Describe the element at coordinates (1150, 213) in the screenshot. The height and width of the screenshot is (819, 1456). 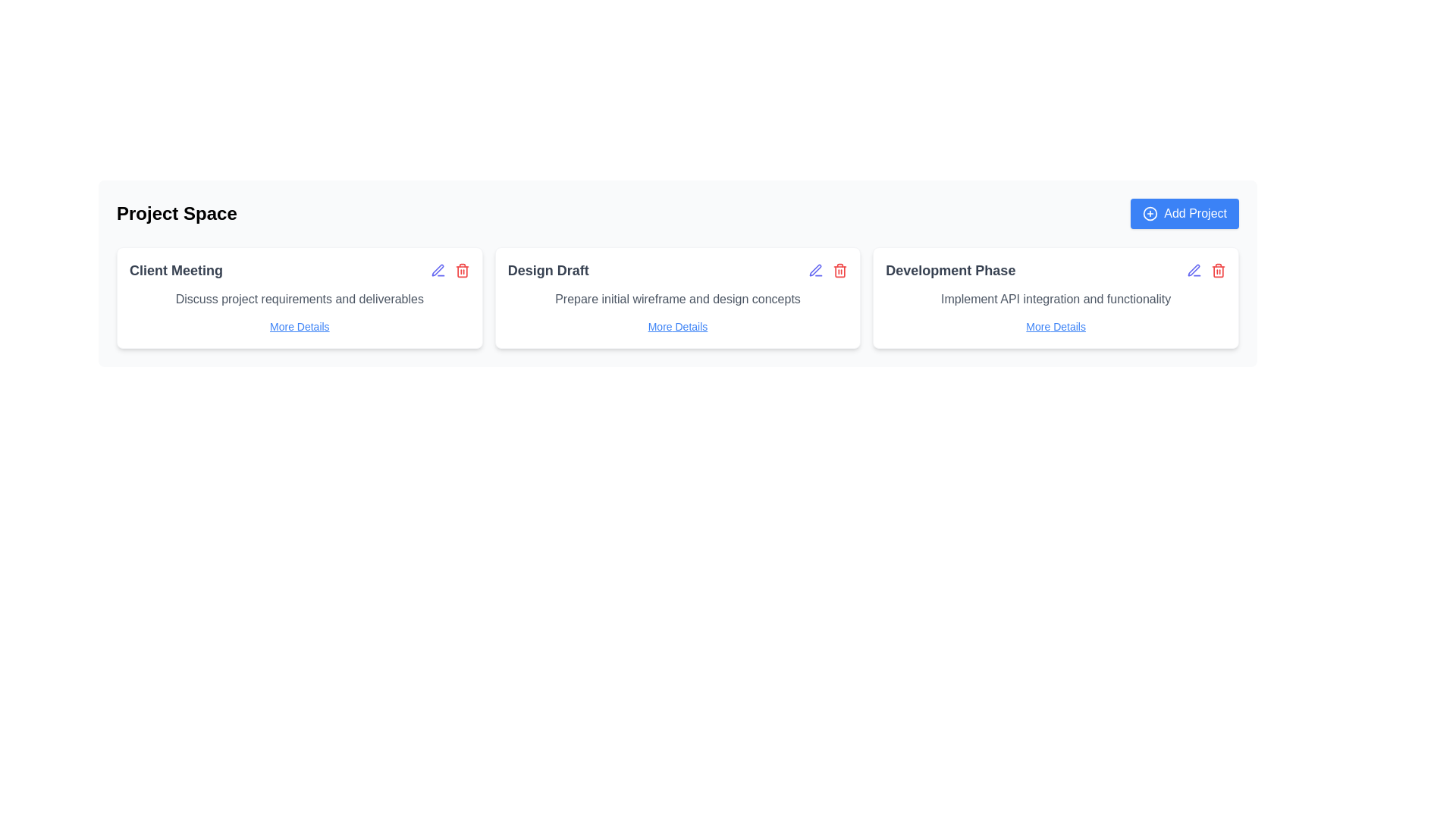
I see `the blue 'Add Project' icon featuring a circle with a plus sign in the center` at that location.